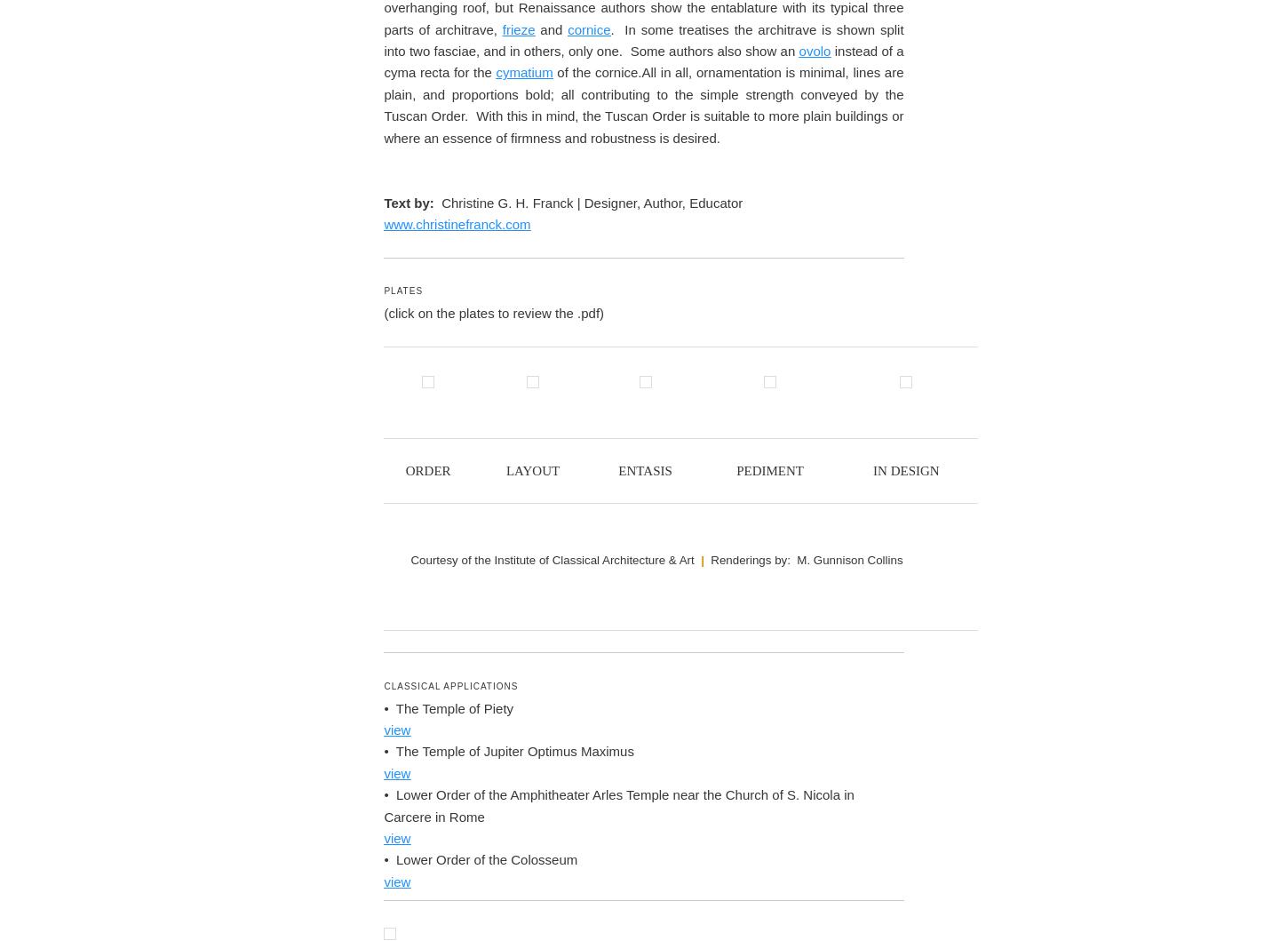 The image size is (1288, 941). What do you see at coordinates (439, 741) in the screenshot?
I see `'torus'` at bounding box center [439, 741].